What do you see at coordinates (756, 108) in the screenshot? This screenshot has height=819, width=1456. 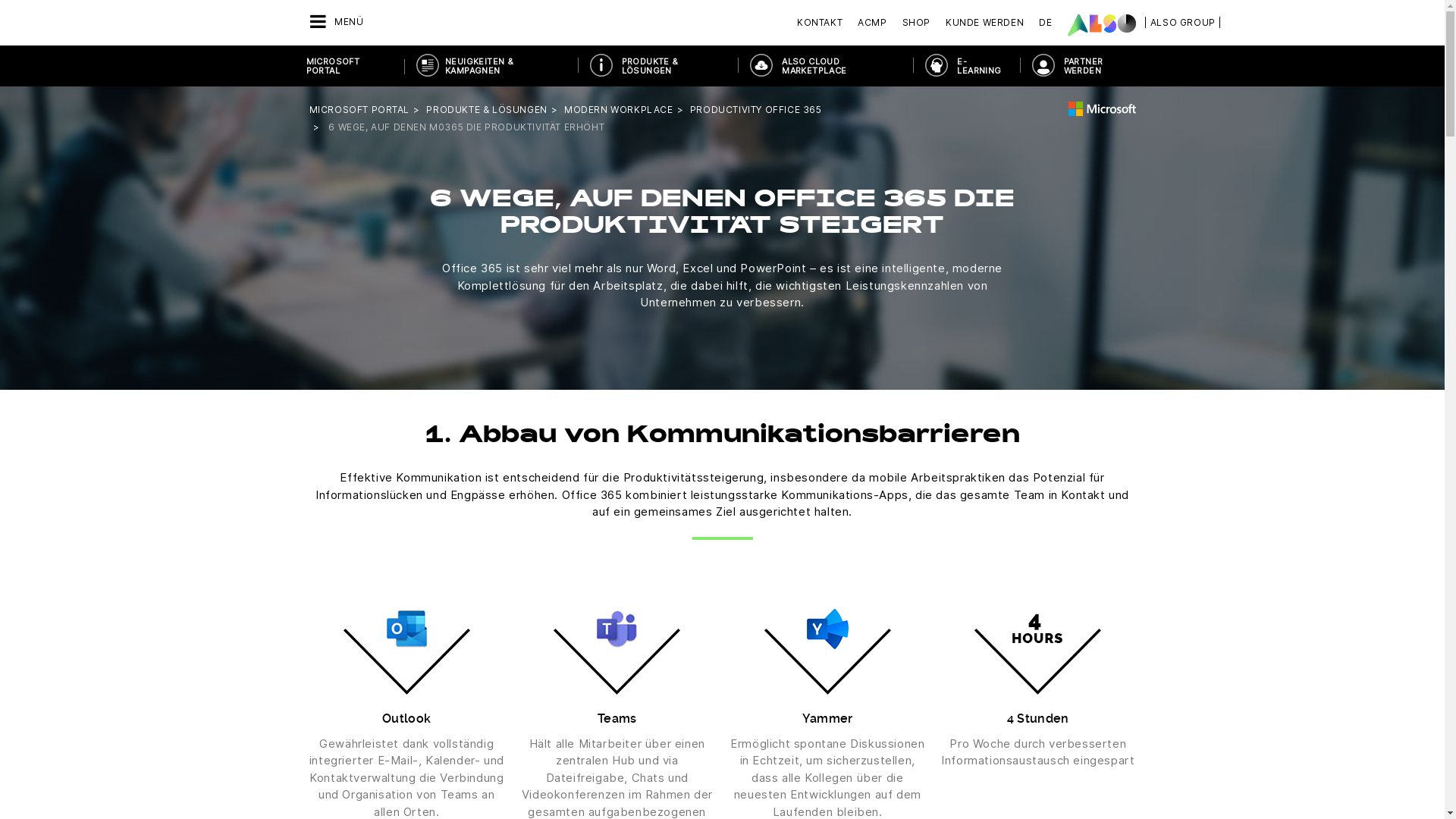 I see `'PRODUCTIVITY OFFICE 365'` at bounding box center [756, 108].